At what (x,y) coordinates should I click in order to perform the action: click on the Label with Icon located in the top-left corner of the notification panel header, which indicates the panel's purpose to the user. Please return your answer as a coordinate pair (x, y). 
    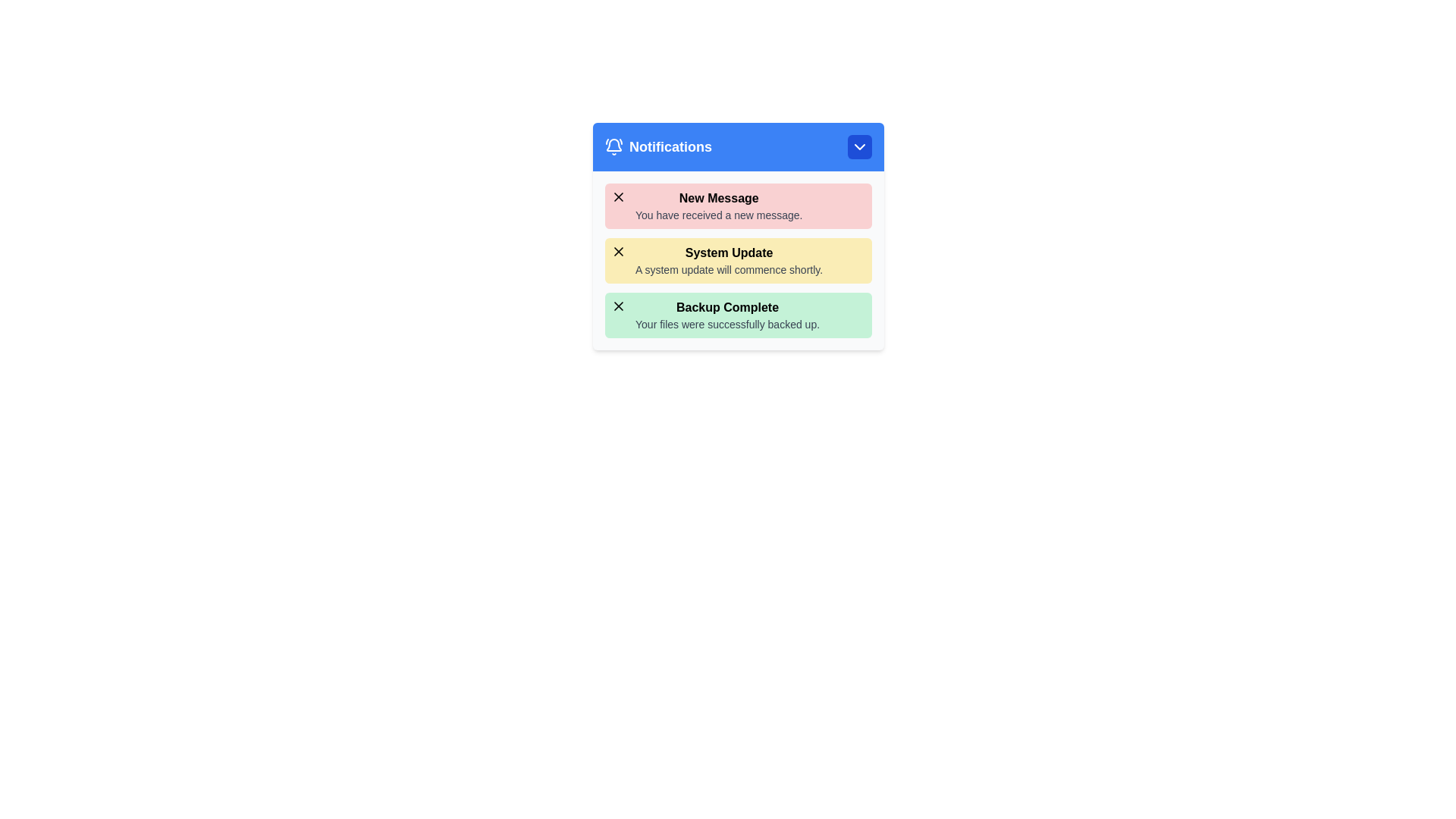
    Looking at the image, I should click on (658, 146).